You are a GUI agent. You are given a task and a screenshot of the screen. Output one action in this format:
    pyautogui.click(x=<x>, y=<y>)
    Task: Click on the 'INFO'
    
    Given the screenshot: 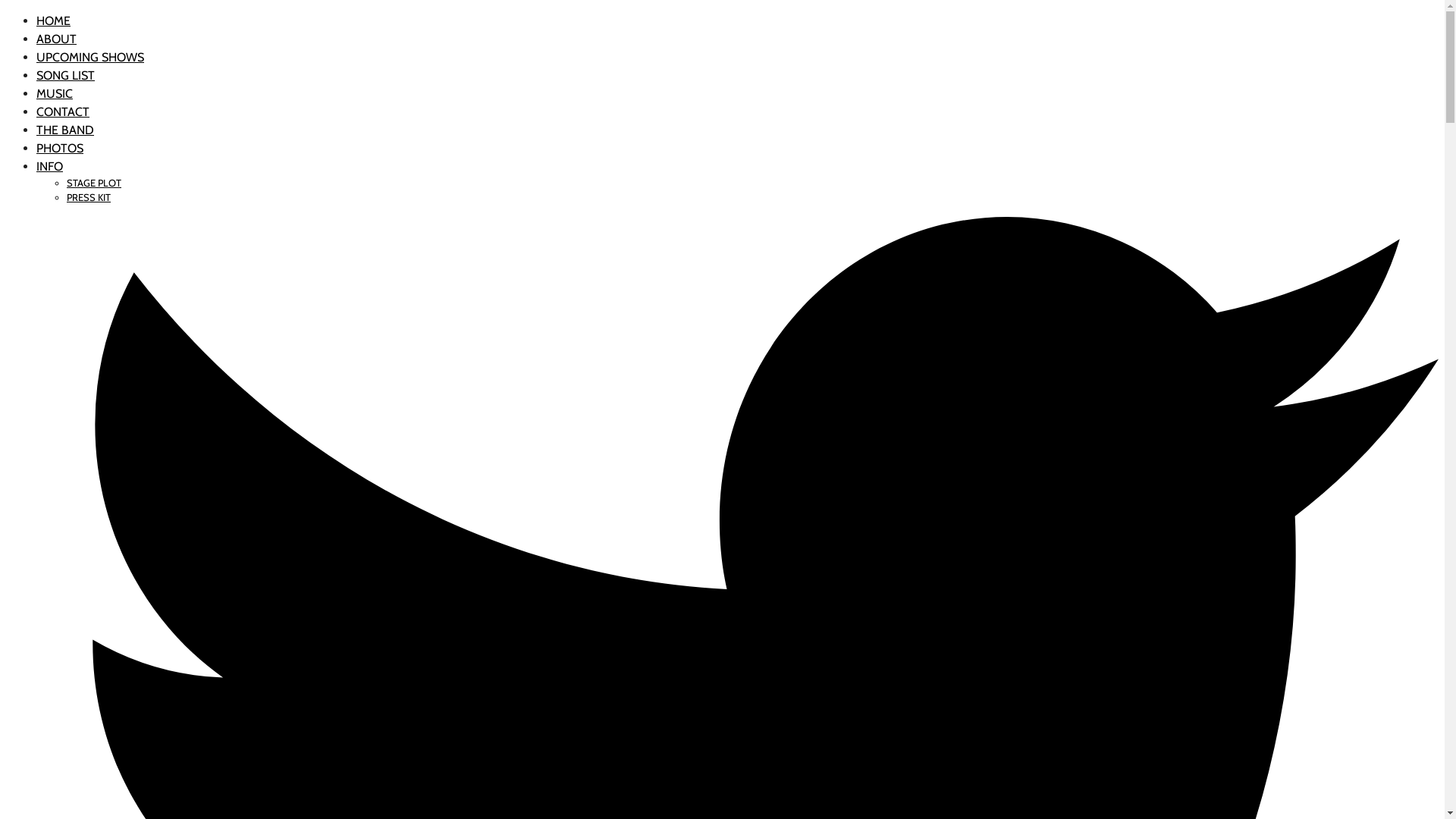 What is the action you would take?
    pyautogui.click(x=36, y=166)
    